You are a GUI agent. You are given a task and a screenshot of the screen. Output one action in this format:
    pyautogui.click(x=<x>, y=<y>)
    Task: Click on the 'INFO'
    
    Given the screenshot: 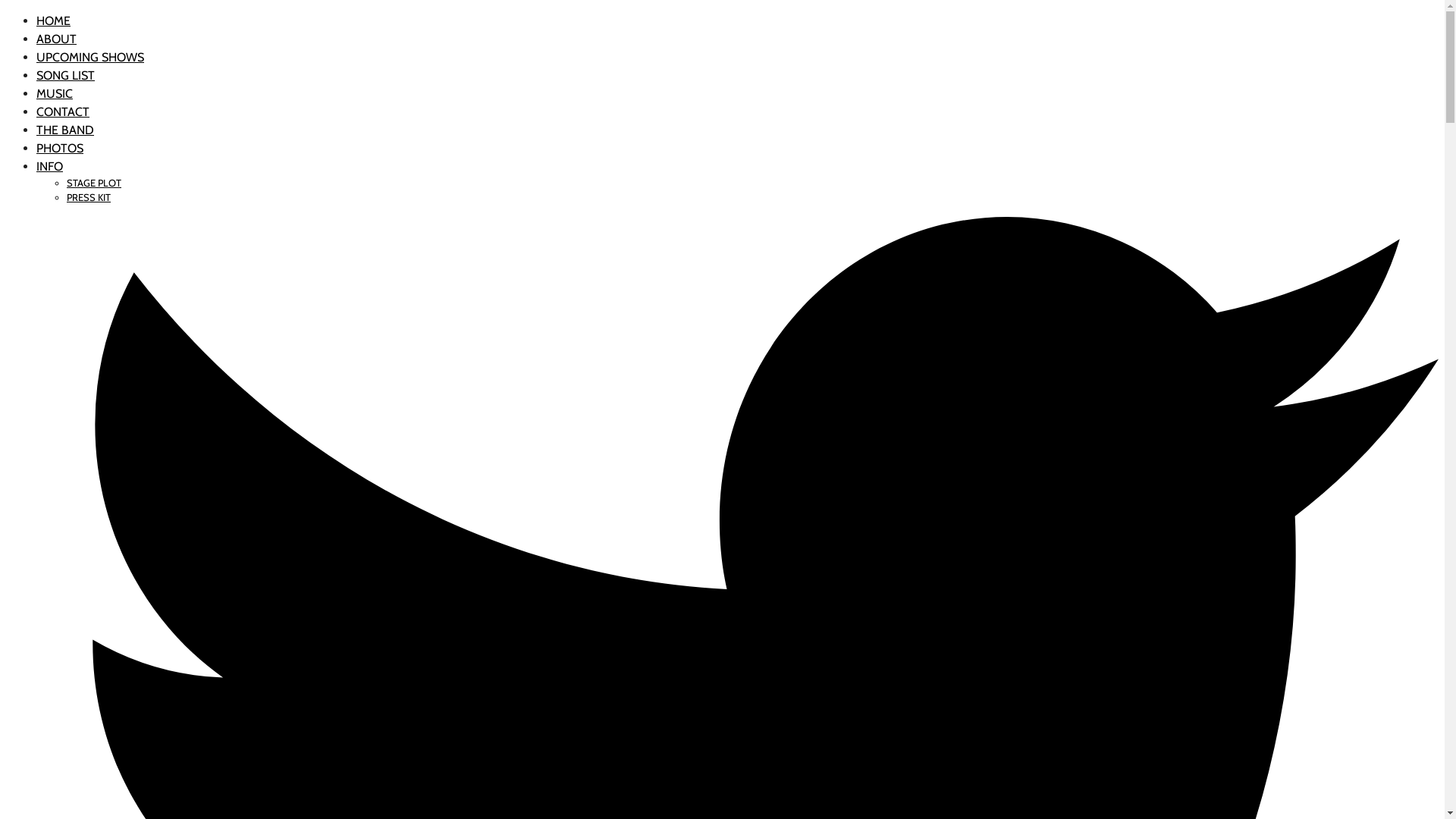 What is the action you would take?
    pyautogui.click(x=36, y=166)
    